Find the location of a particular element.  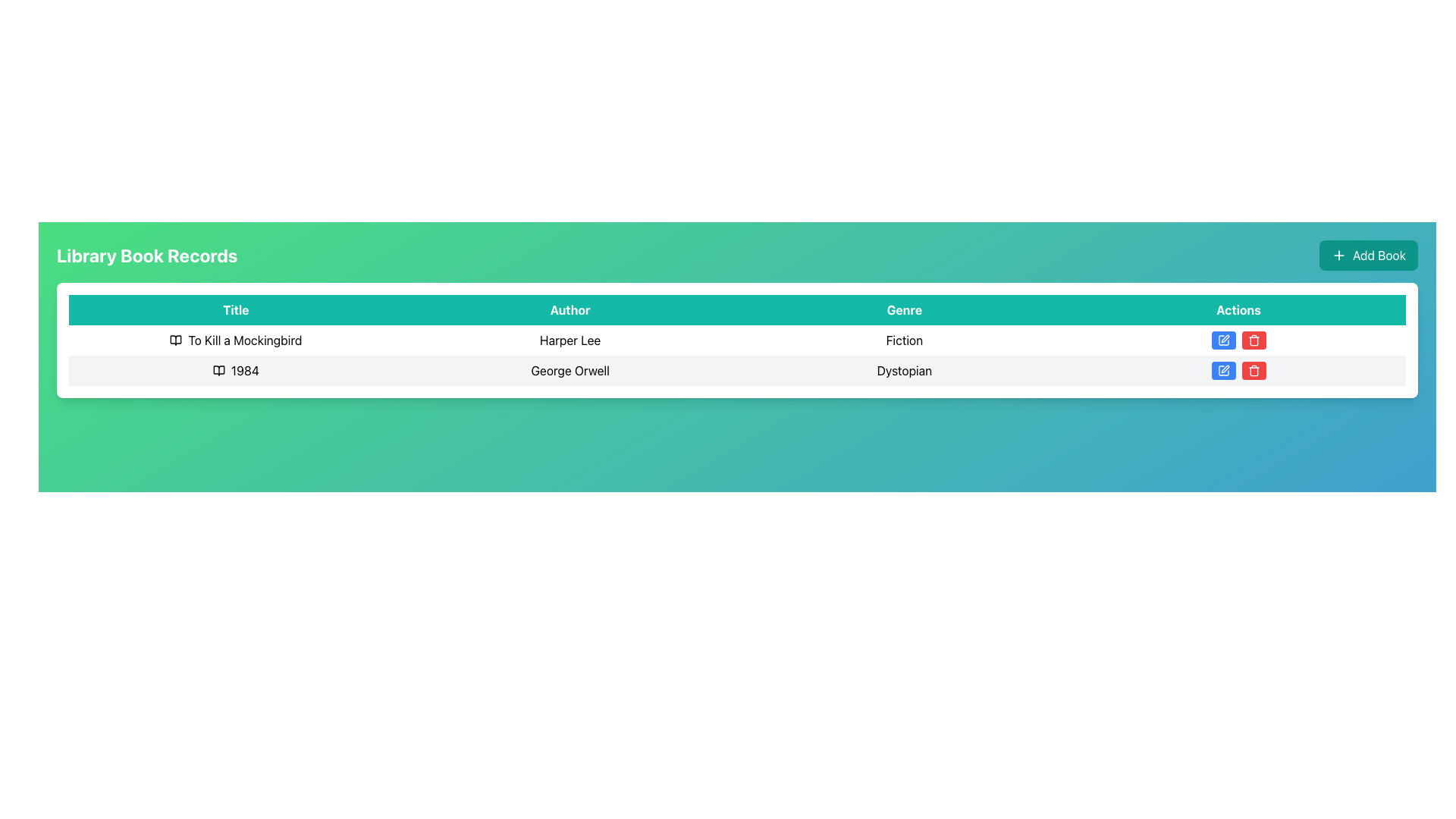

the title text element in the first row of the library records table is located at coordinates (235, 339).